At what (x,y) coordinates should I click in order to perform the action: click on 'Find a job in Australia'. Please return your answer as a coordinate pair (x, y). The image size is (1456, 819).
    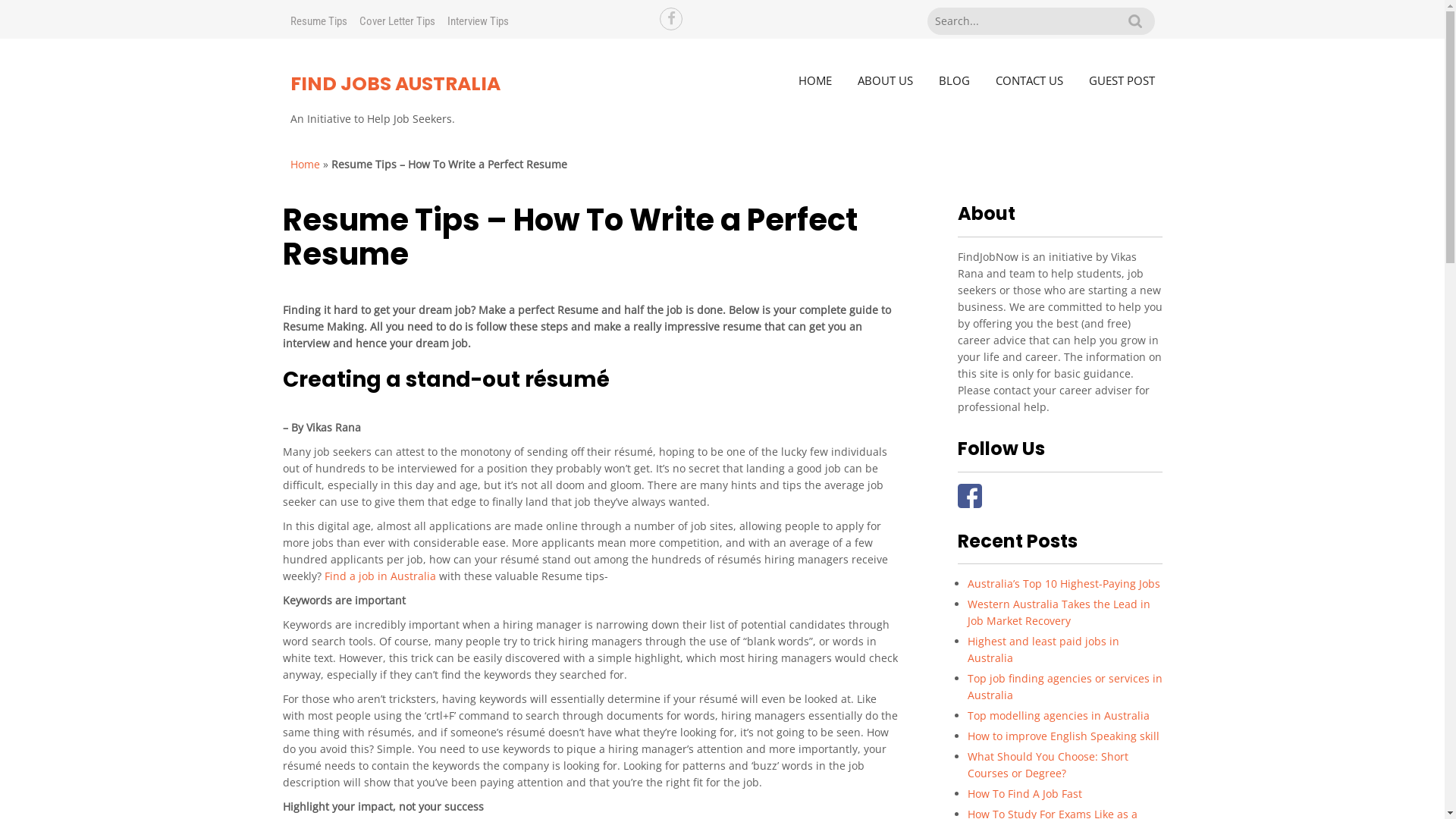
    Looking at the image, I should click on (323, 576).